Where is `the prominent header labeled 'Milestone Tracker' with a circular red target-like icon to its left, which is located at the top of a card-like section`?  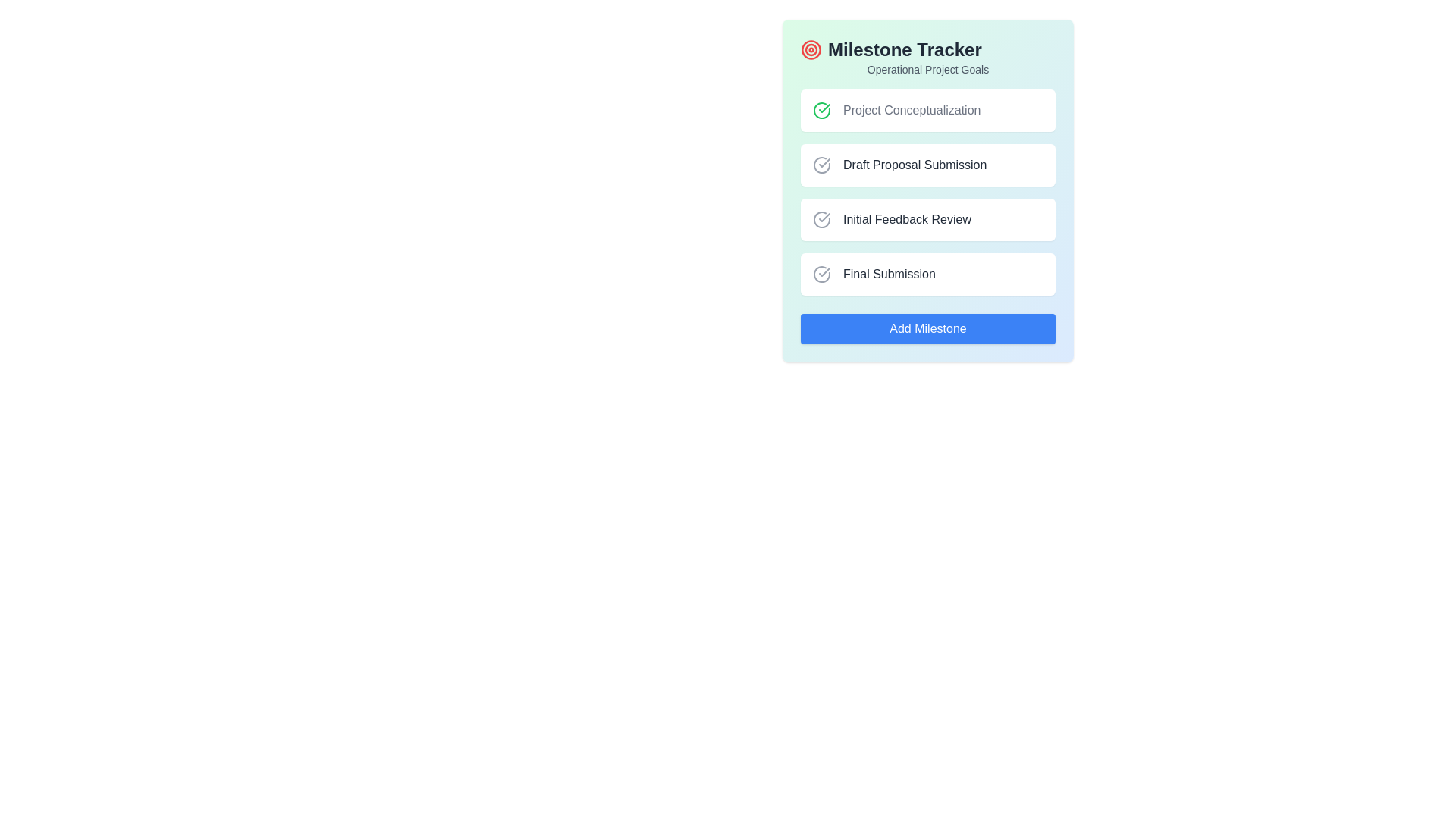
the prominent header labeled 'Milestone Tracker' with a circular red target-like icon to its left, which is located at the top of a card-like section is located at coordinates (927, 49).